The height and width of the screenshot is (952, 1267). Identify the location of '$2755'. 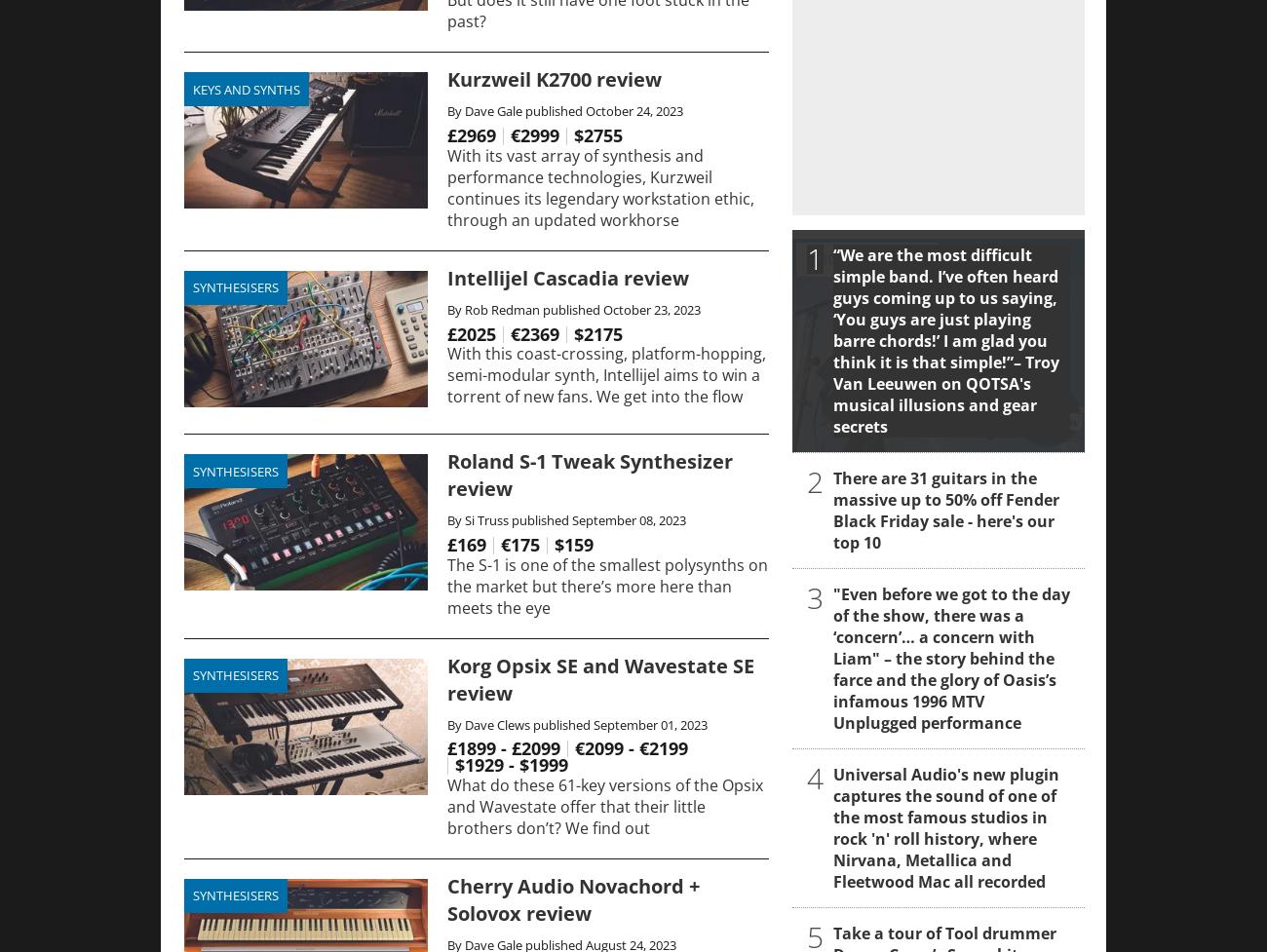
(597, 133).